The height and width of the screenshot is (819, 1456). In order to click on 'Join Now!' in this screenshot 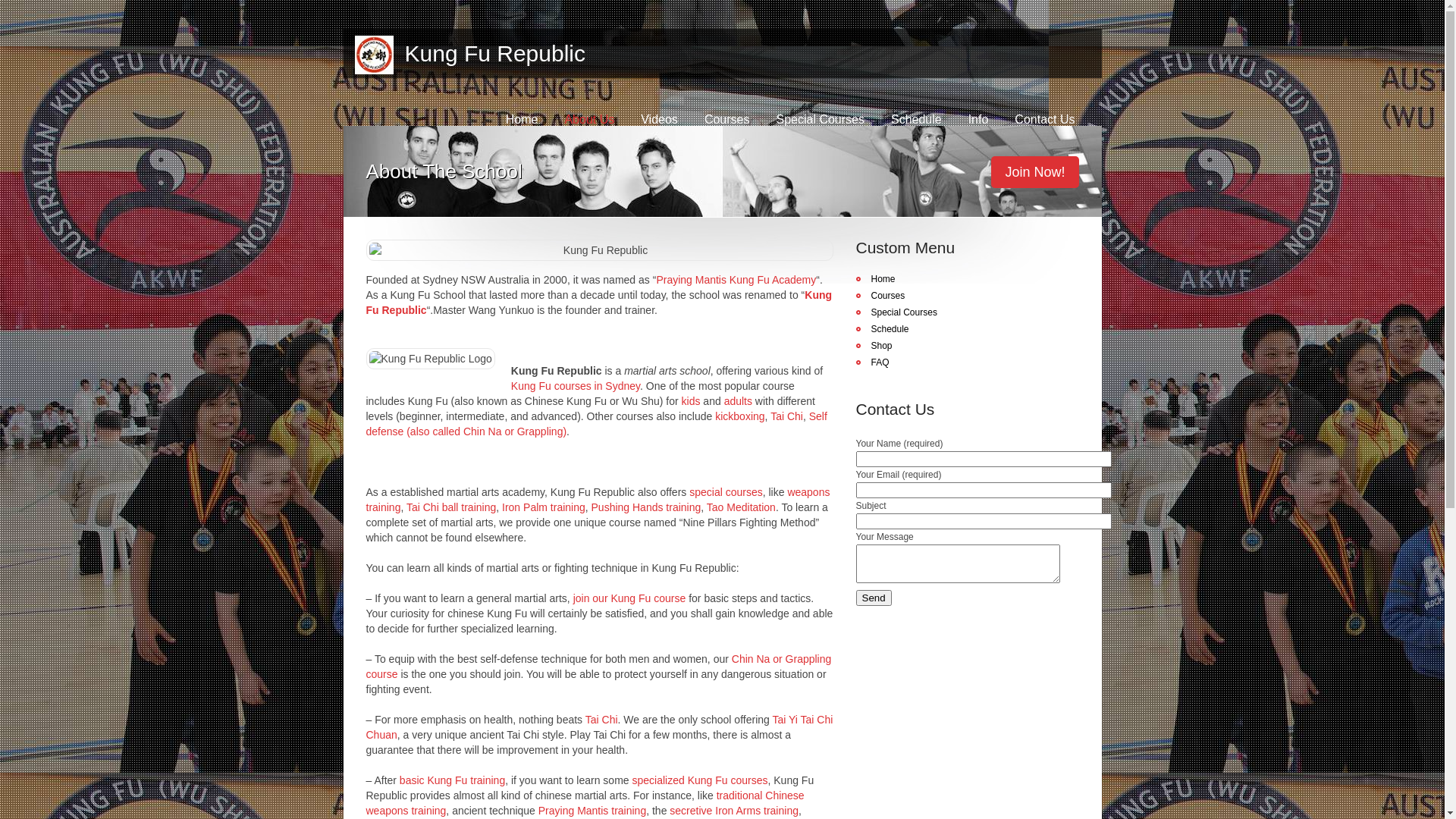, I will do `click(990, 171)`.